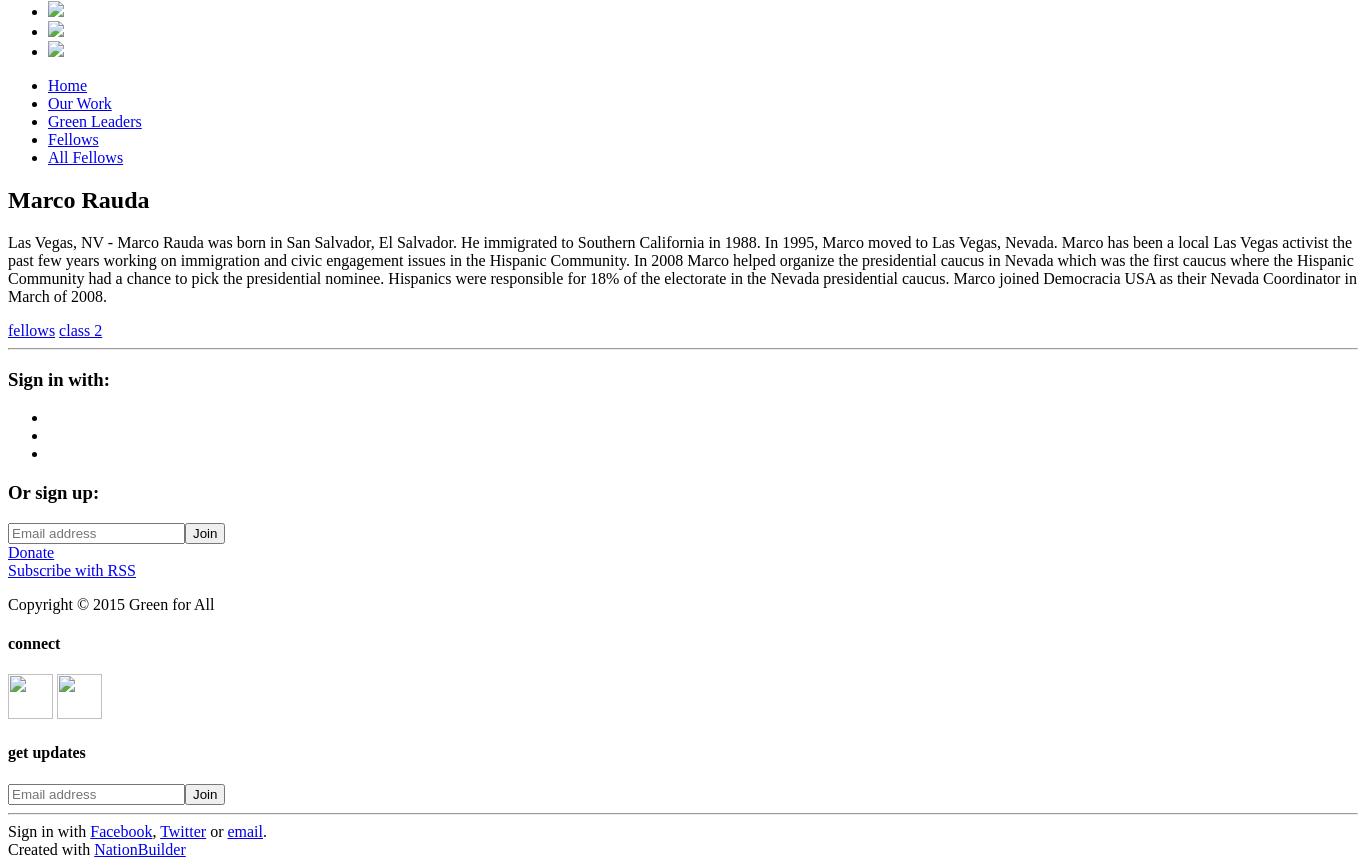 The image size is (1366, 866). What do you see at coordinates (138, 847) in the screenshot?
I see `'NationBuilder'` at bounding box center [138, 847].